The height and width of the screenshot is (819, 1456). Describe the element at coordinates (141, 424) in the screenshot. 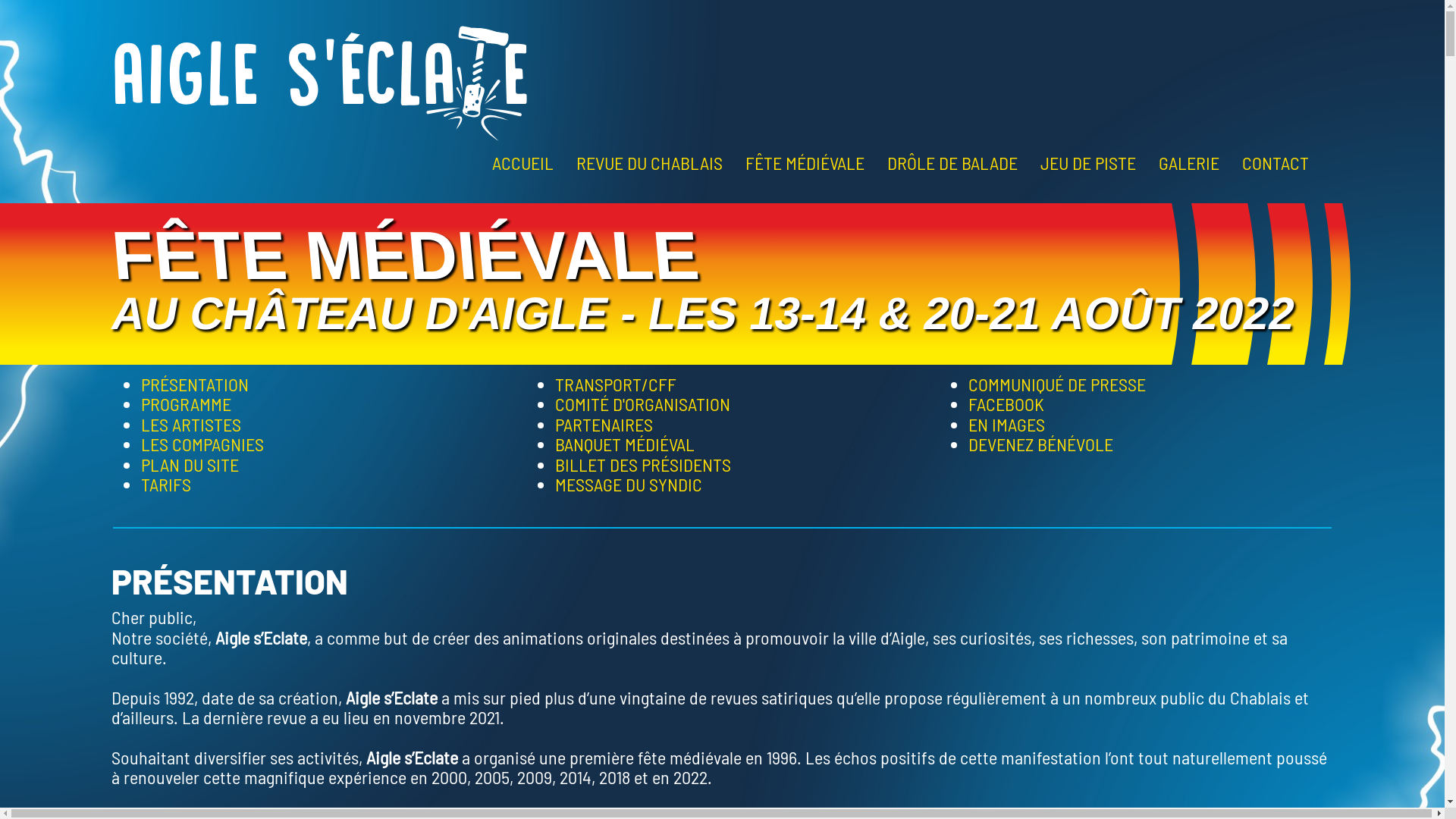

I see `'LES ARTISTES'` at that location.